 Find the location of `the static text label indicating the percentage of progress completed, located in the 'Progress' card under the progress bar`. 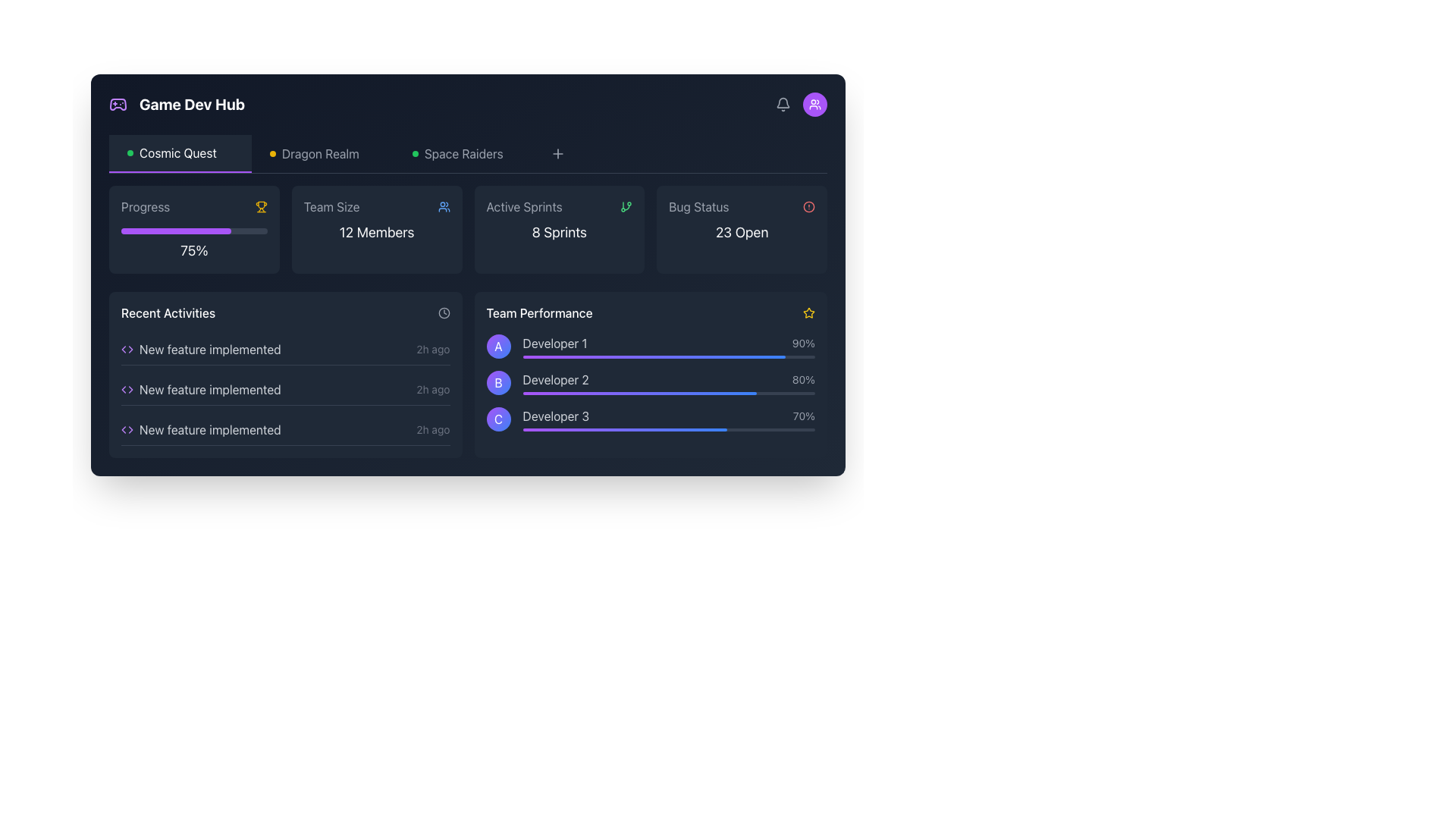

the static text label indicating the percentage of progress completed, located in the 'Progress' card under the progress bar is located at coordinates (193, 250).